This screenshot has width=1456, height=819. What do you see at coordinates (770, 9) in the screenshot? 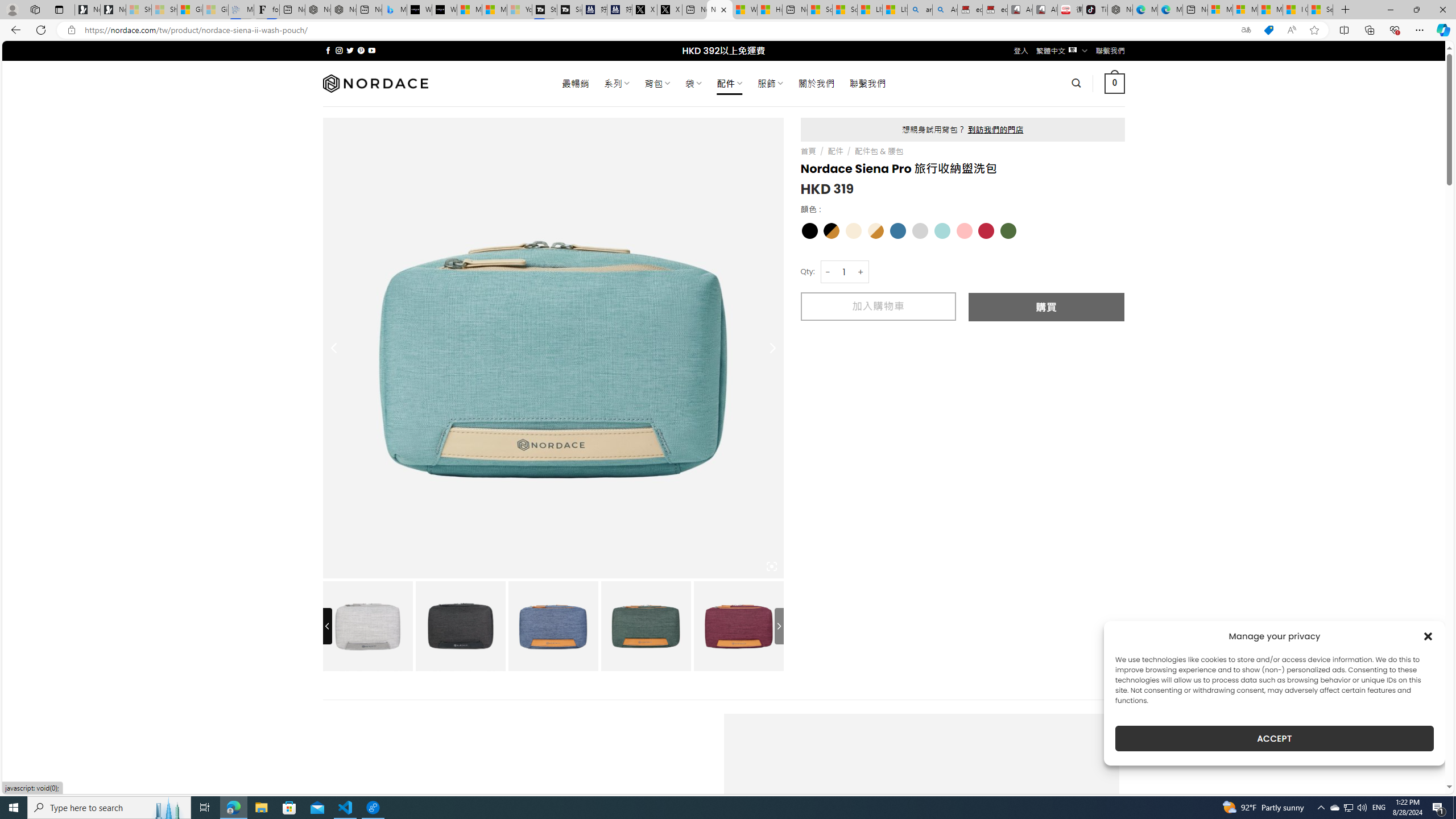
I see `'Huge shark washes ashore at New York City beach | Watch'` at bounding box center [770, 9].